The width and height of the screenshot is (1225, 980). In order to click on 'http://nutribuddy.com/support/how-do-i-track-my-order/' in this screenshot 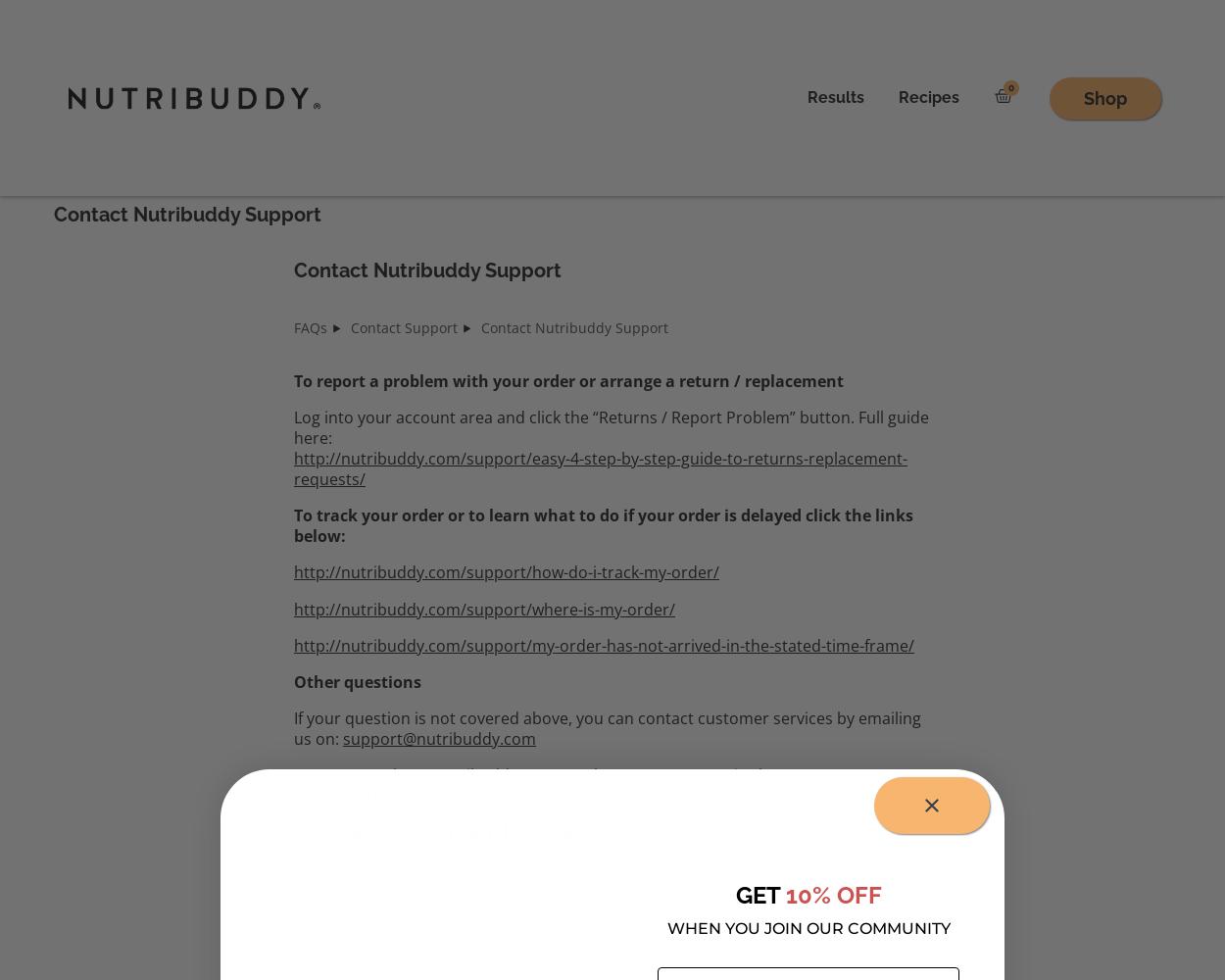, I will do `click(294, 571)`.